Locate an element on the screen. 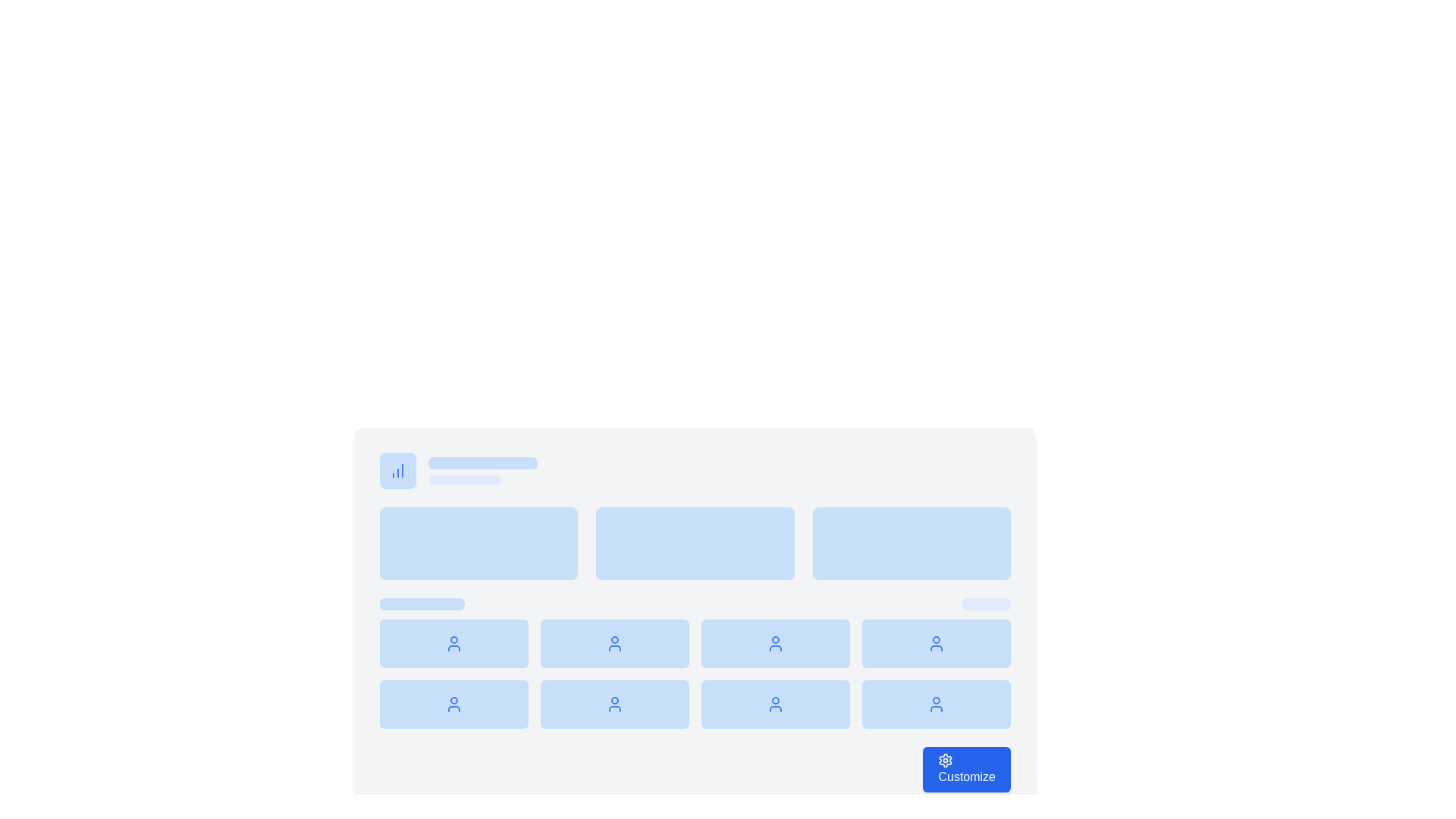 The width and height of the screenshot is (1456, 819). the user-related functionality placeholder located in the bottom row of a four-column grid layout, specifically the second element from the left is located at coordinates (615, 704).